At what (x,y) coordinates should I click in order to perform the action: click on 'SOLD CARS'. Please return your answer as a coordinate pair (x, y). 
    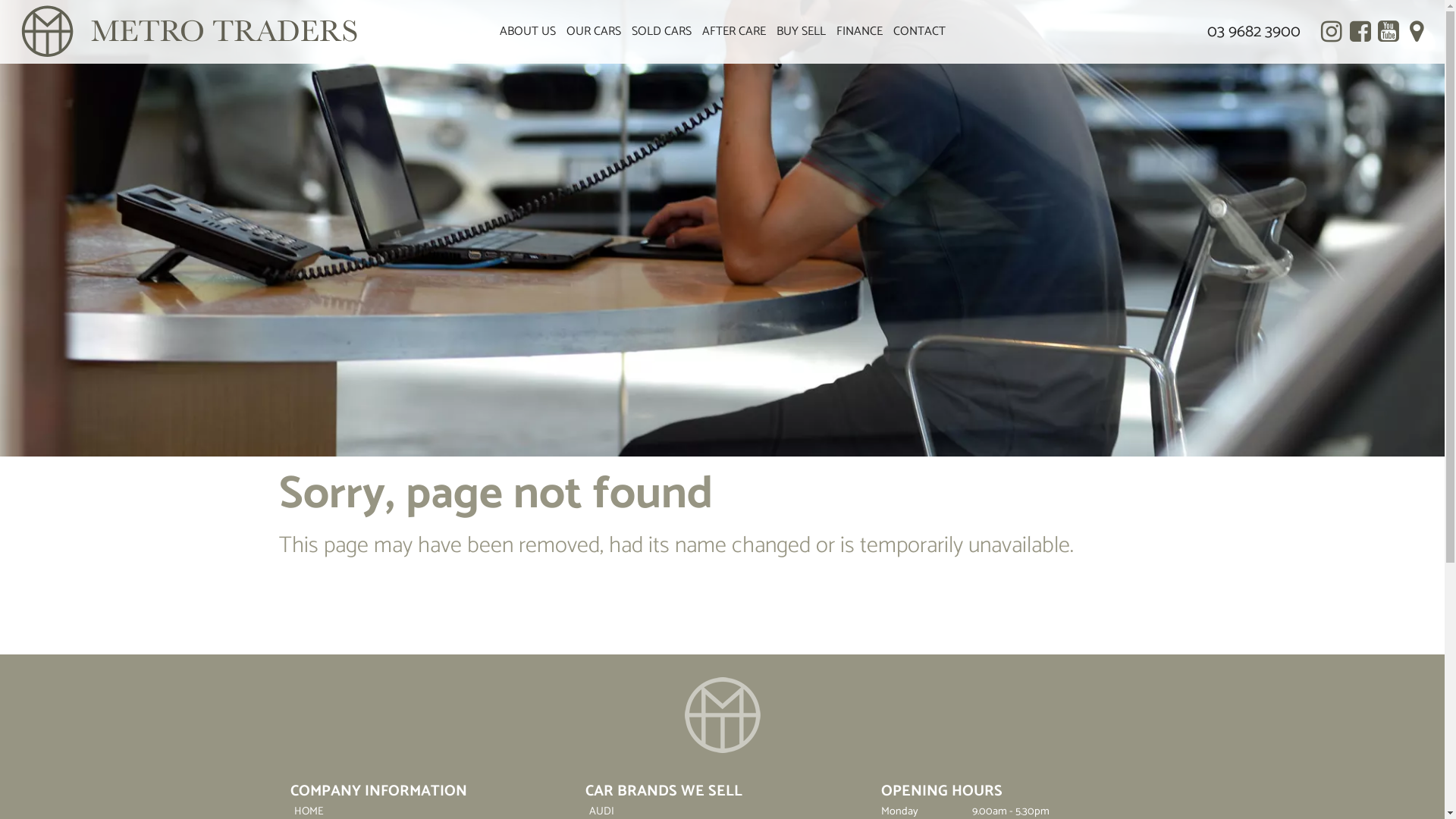
    Looking at the image, I should click on (661, 32).